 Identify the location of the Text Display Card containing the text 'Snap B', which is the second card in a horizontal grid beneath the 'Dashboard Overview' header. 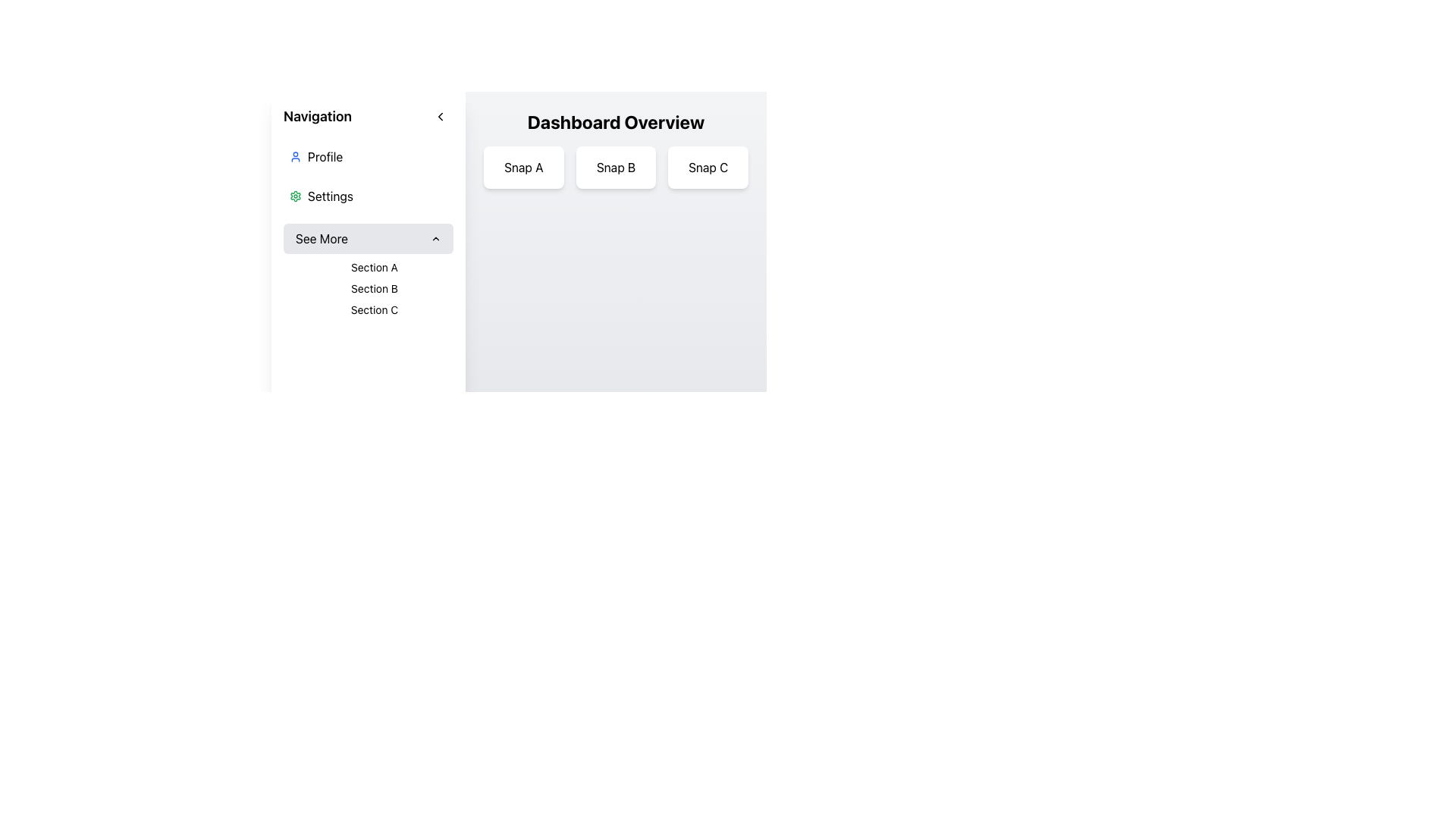
(616, 167).